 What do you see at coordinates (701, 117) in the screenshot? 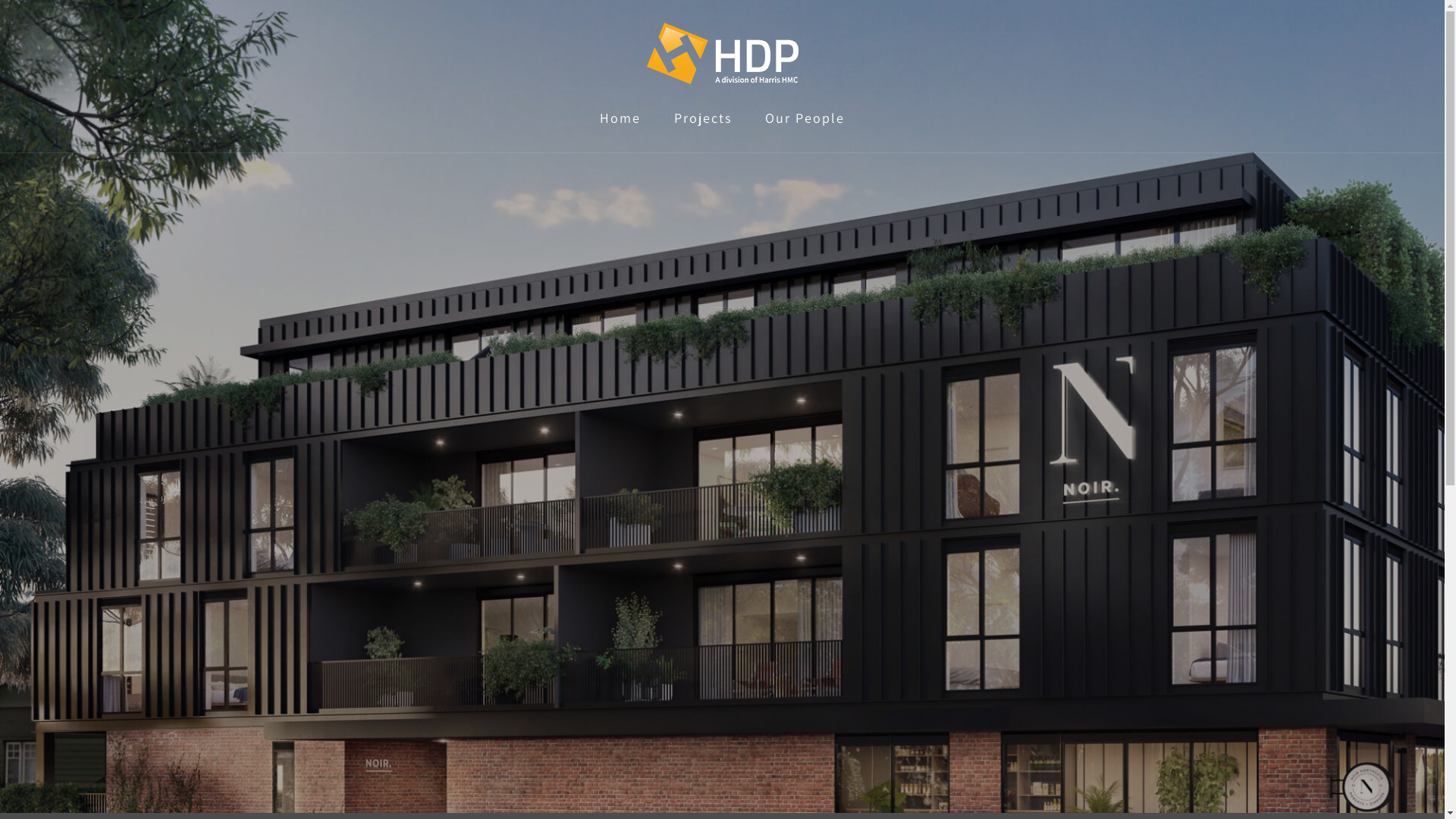
I see `'Projects'` at bounding box center [701, 117].